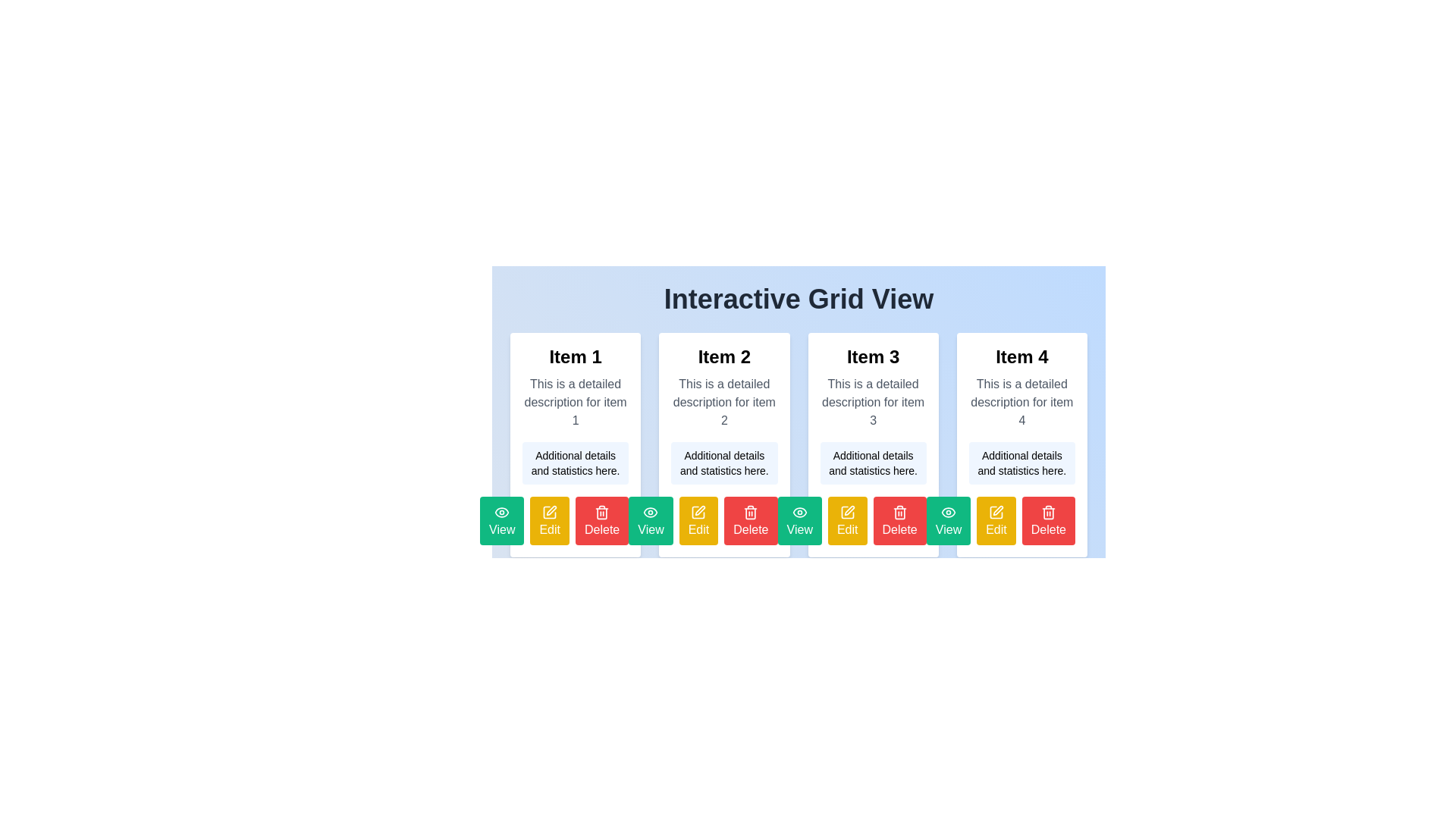 The image size is (1456, 819). Describe the element at coordinates (948, 512) in the screenshot. I see `the eye icon within the 'View' button located under 'Item 3' card` at that location.